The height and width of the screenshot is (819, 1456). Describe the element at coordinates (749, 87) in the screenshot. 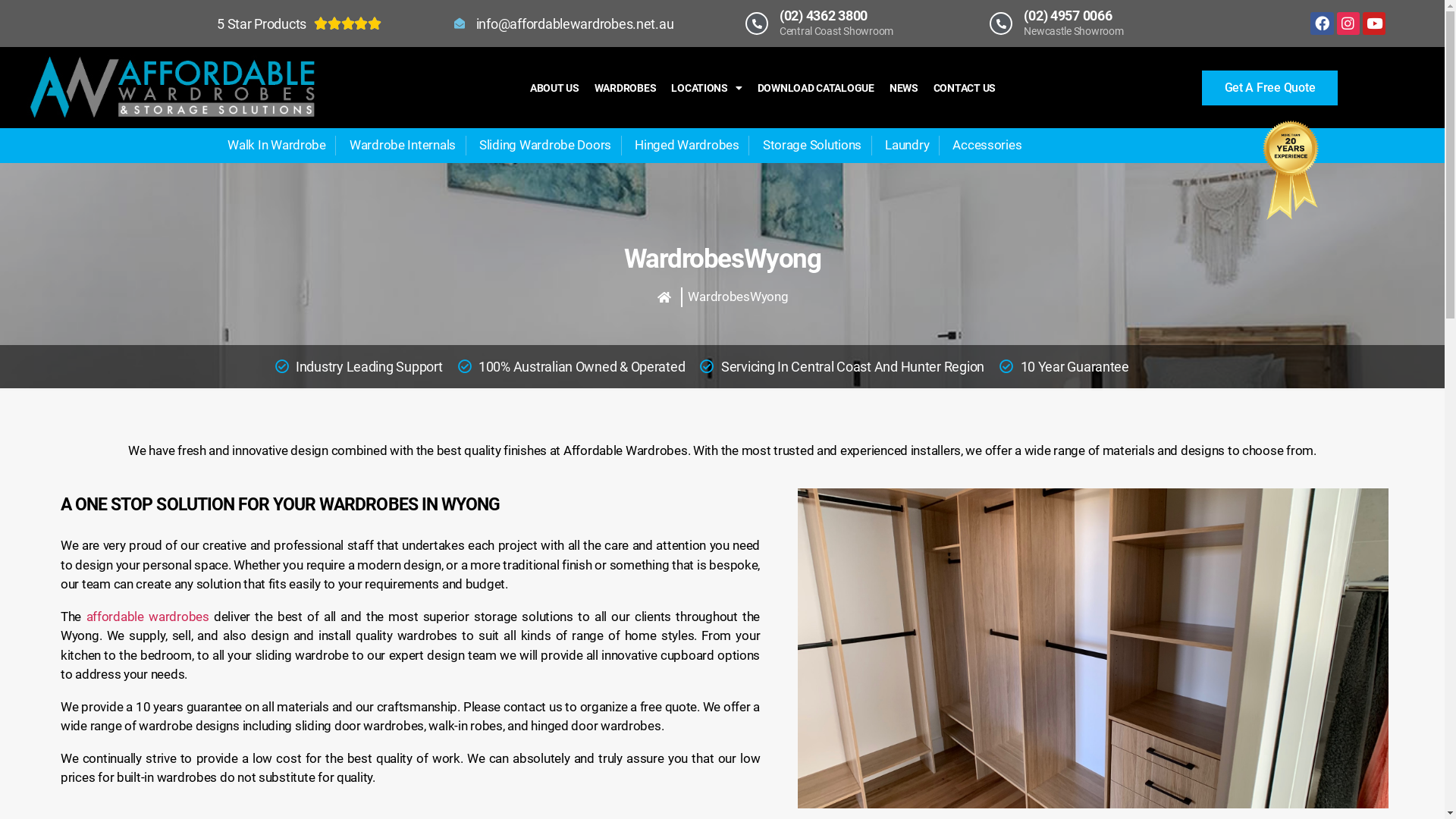

I see `'DOWNLOAD CATALOGUE'` at that location.